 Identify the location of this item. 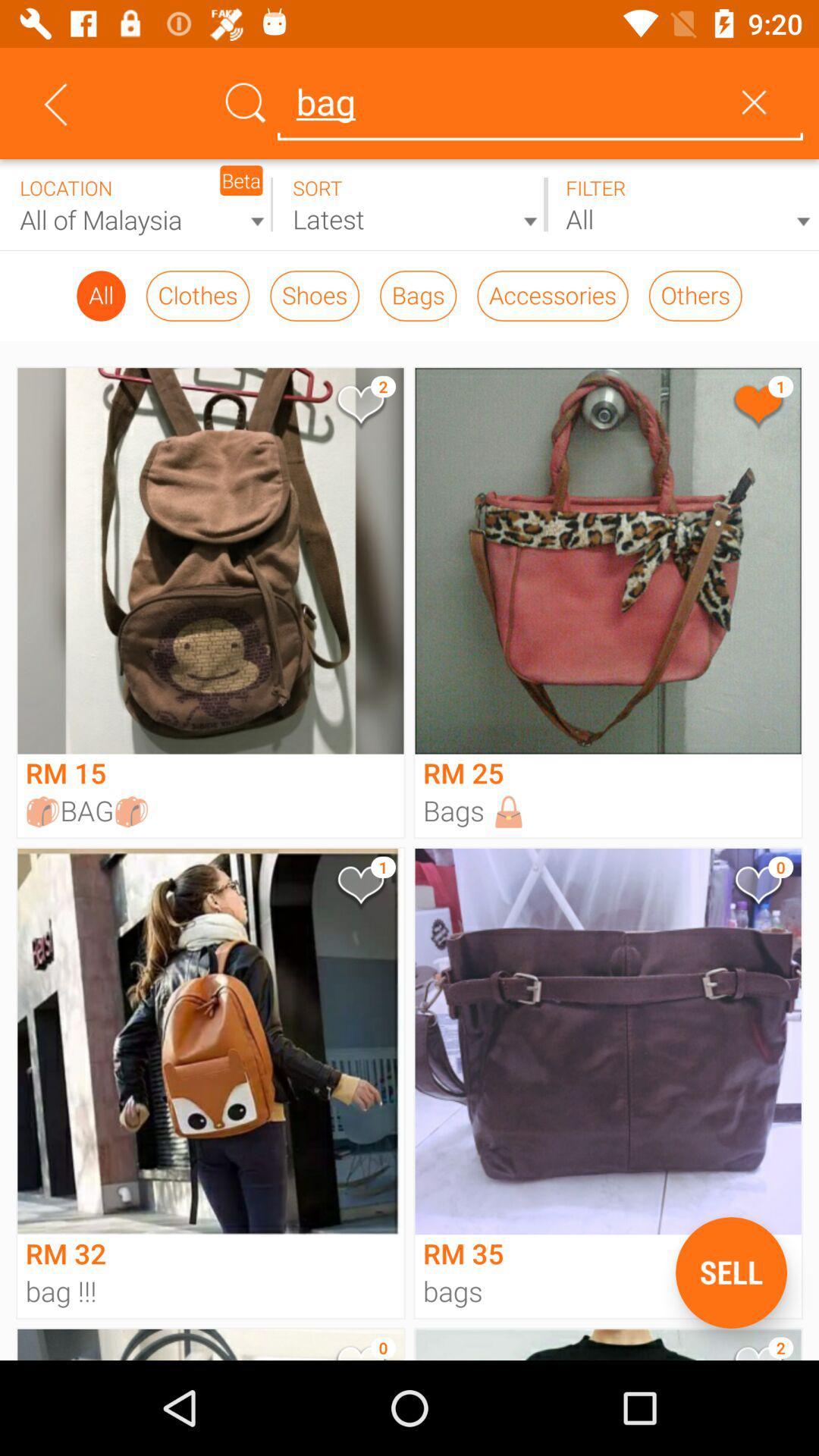
(359, 407).